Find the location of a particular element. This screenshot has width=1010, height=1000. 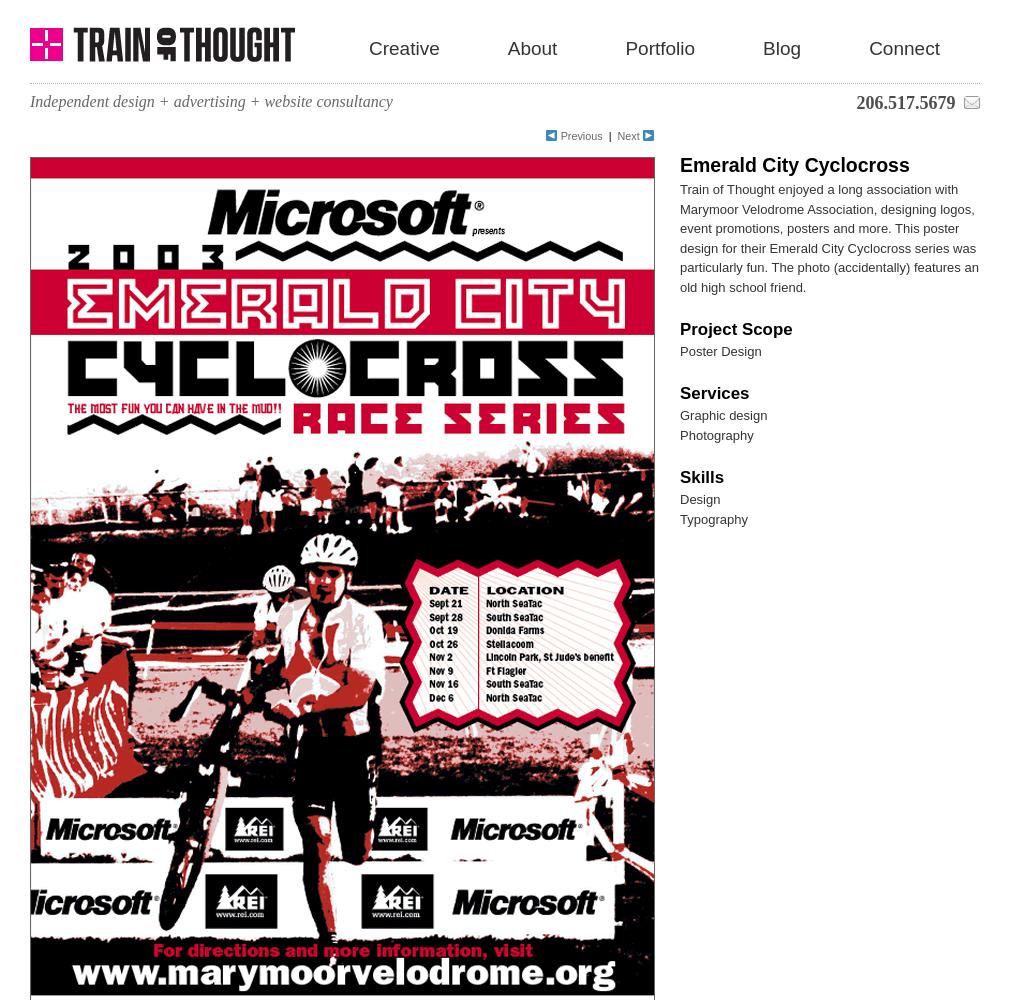

'Photography' is located at coordinates (715, 434).